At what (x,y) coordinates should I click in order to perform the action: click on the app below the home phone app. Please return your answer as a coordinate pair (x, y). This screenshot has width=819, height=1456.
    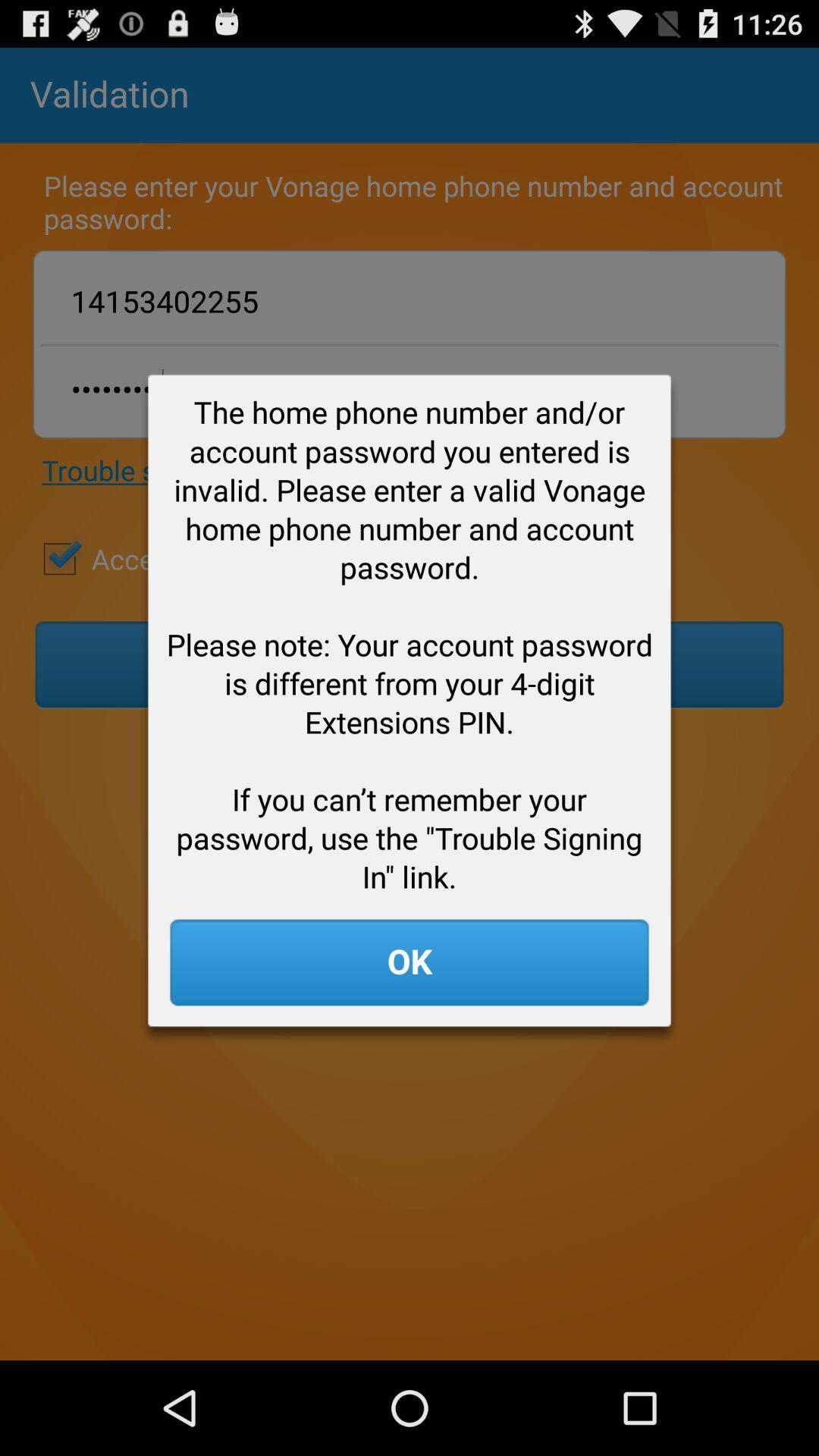
    Looking at the image, I should click on (409, 962).